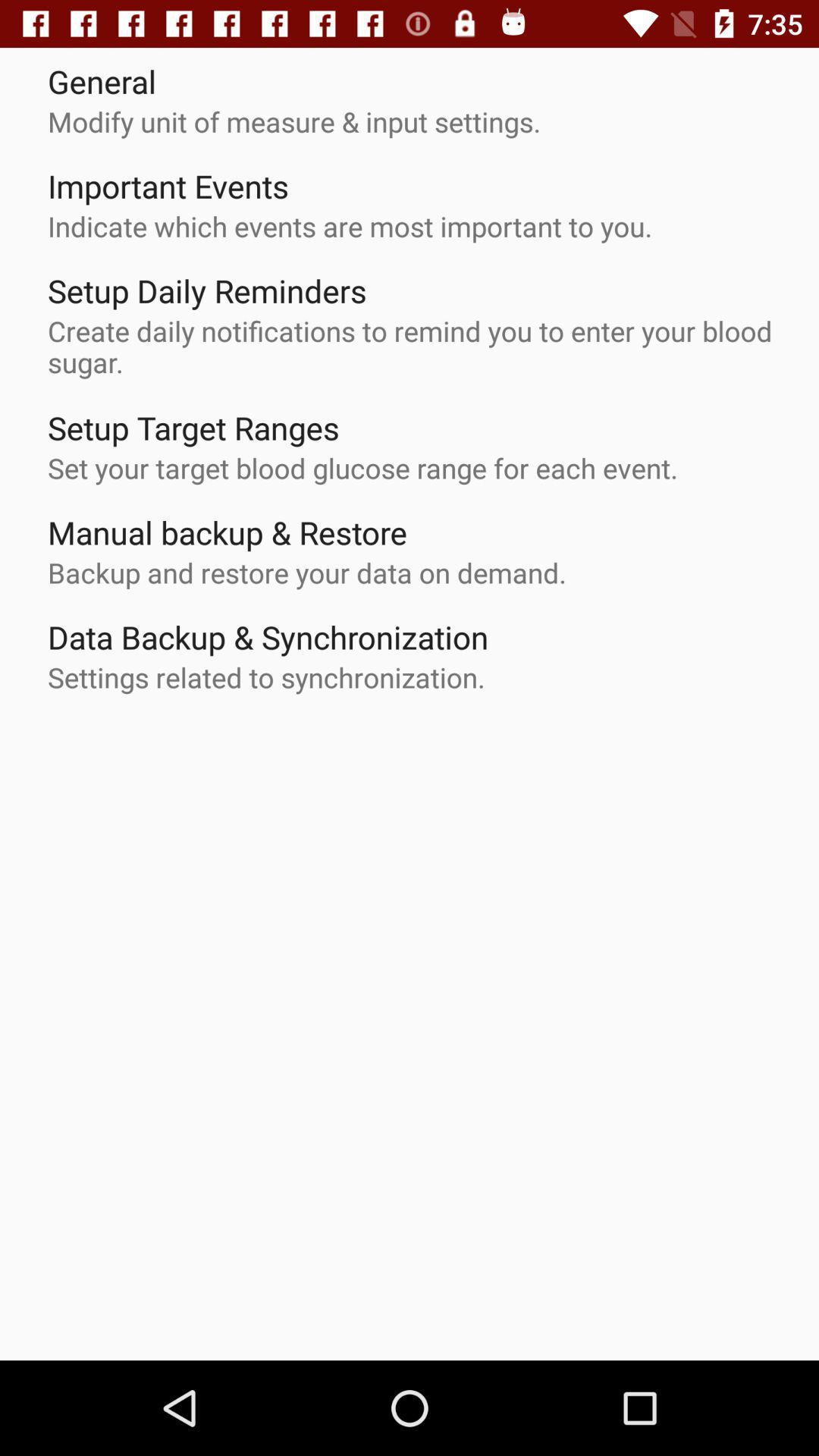  I want to click on item below important events app, so click(350, 225).